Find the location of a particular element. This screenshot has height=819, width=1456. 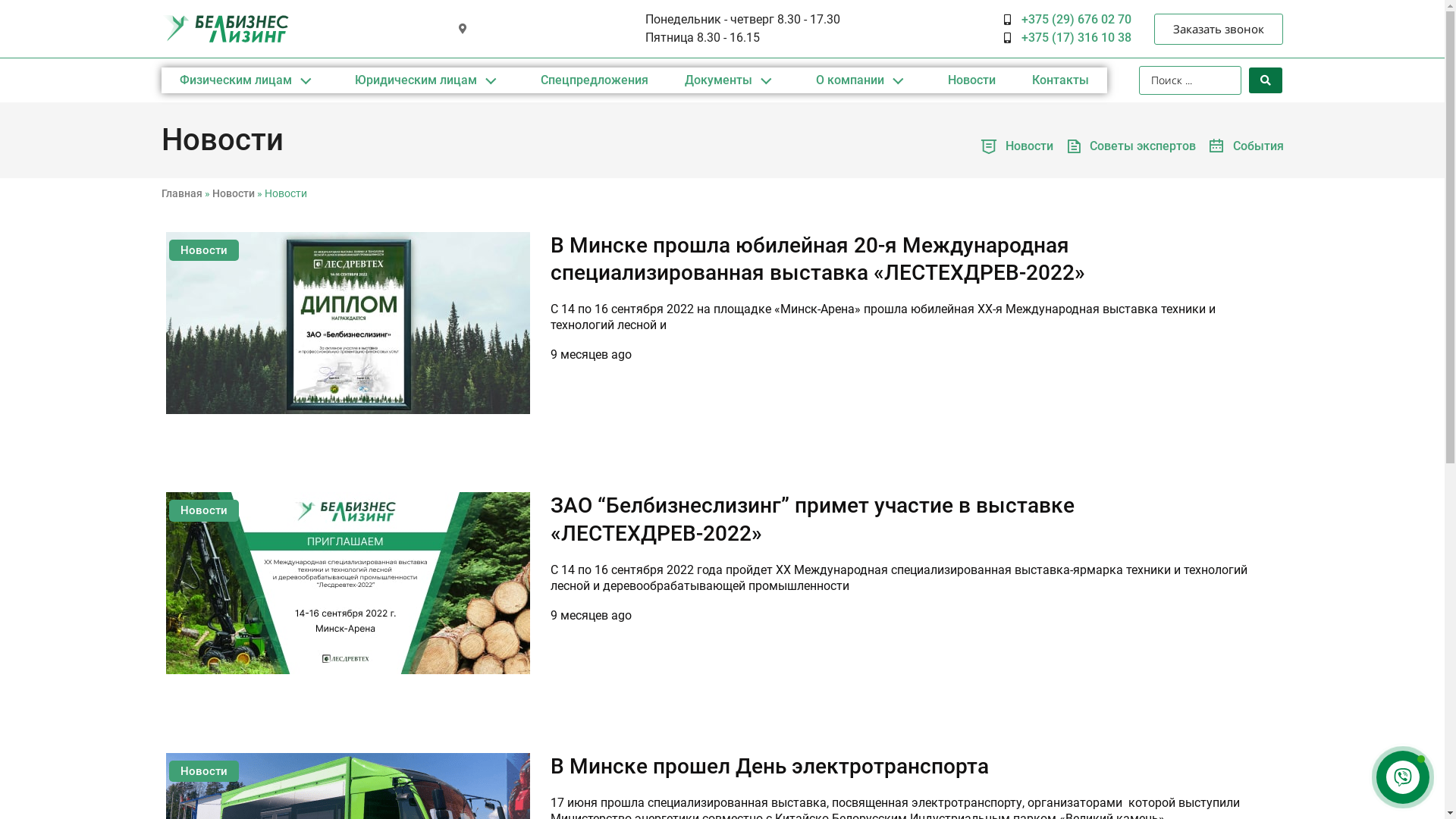

'+375 (29) 676 02 70' is located at coordinates (1066, 20).